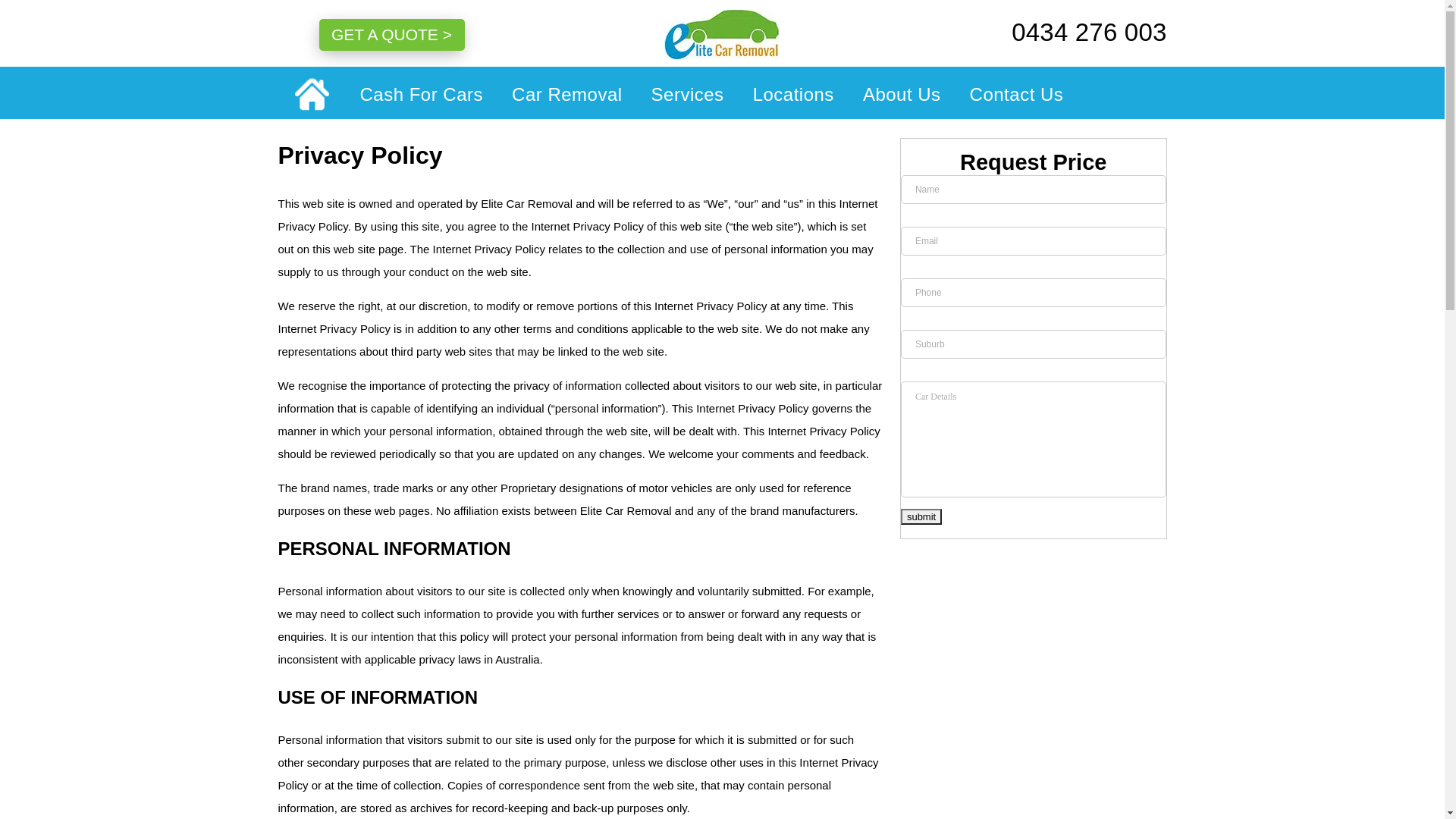  I want to click on 'Locations', so click(792, 93).